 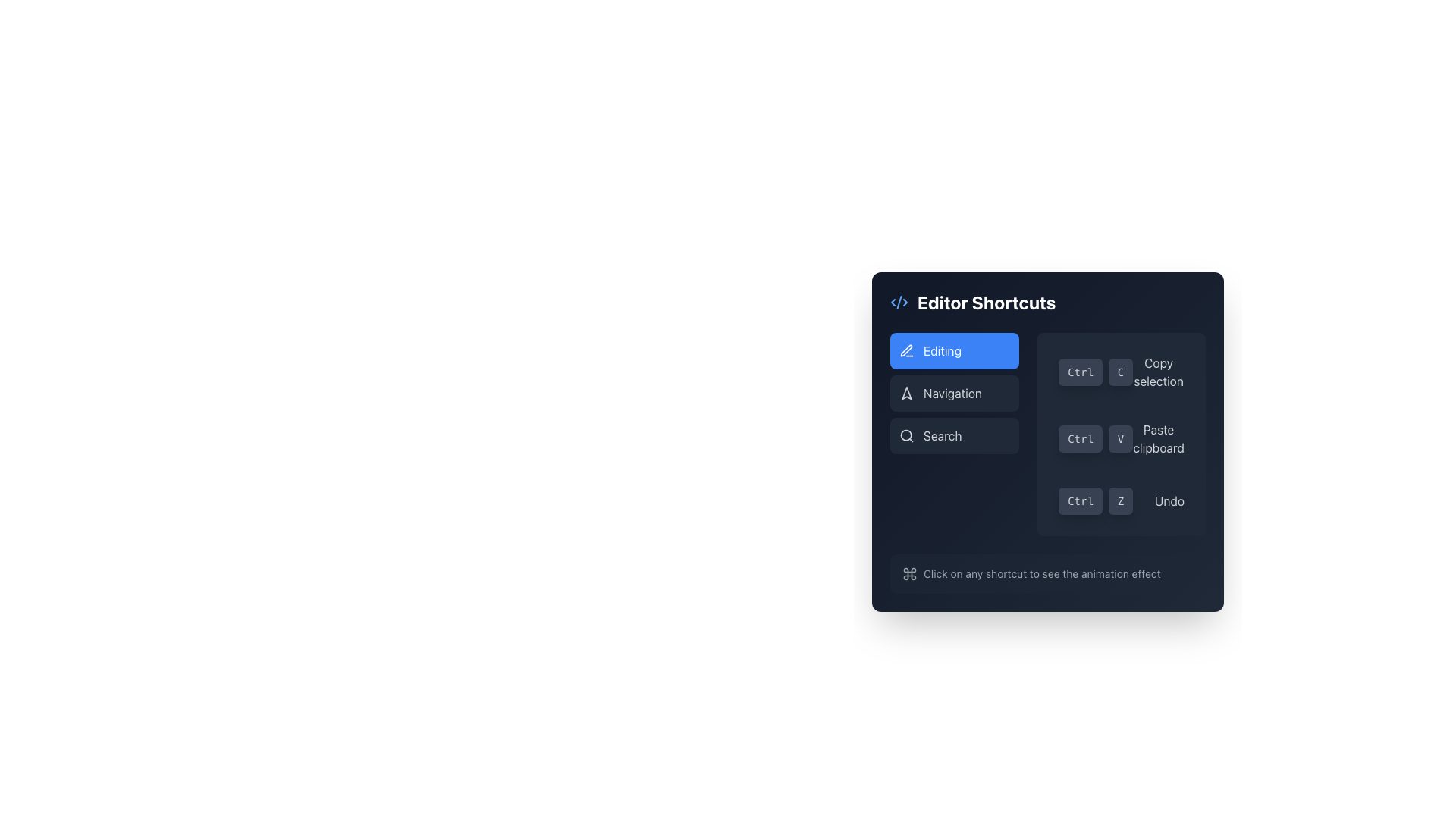 What do you see at coordinates (1158, 372) in the screenshot?
I see `the 'Copy selection' text label element, which is displayed in light gray font against a dark background, located in the 'Editor Shortcuts' menu section next to the 'Ctrl + C' shortcut` at bounding box center [1158, 372].